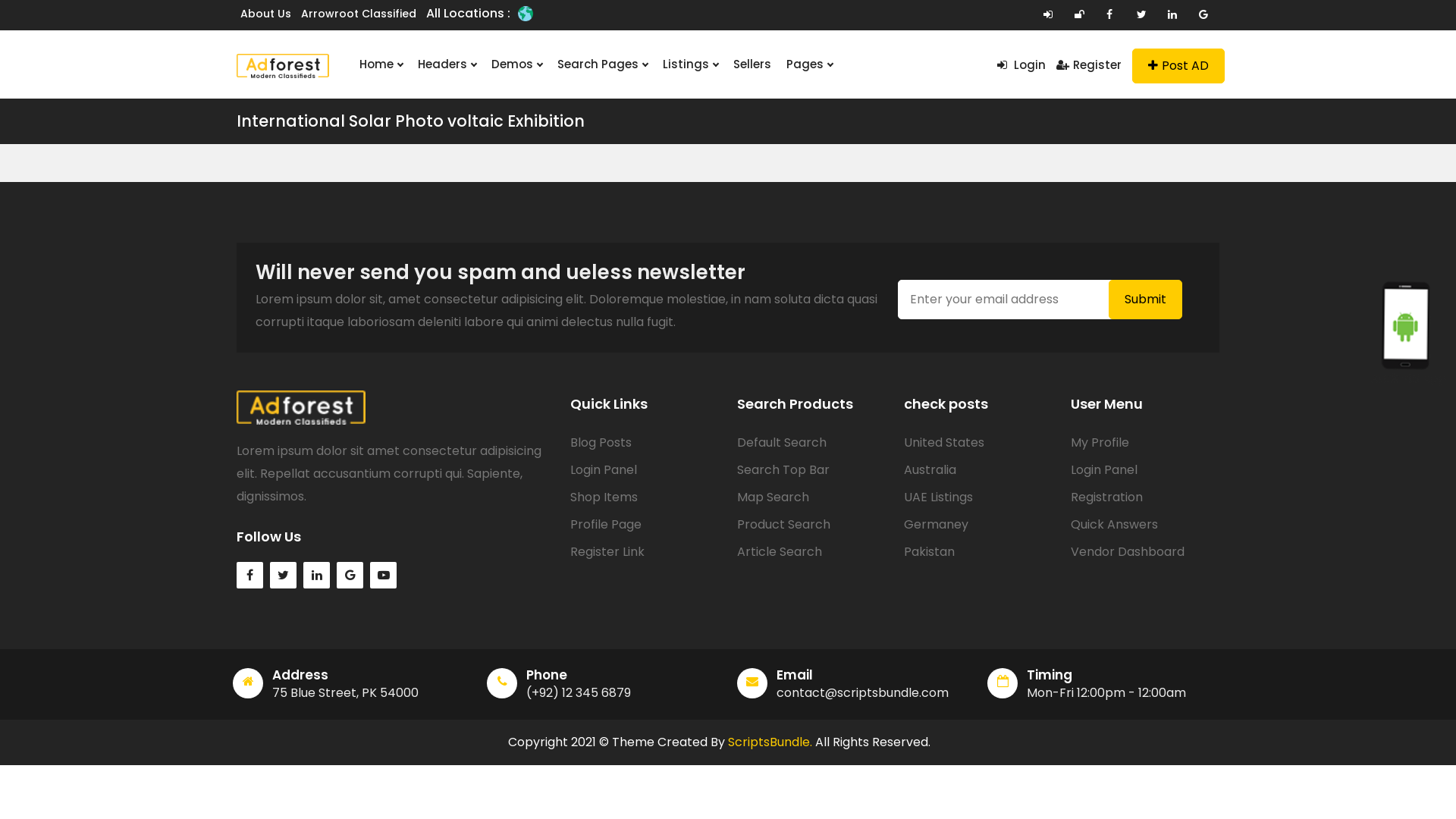  I want to click on 'Headers', so click(446, 63).